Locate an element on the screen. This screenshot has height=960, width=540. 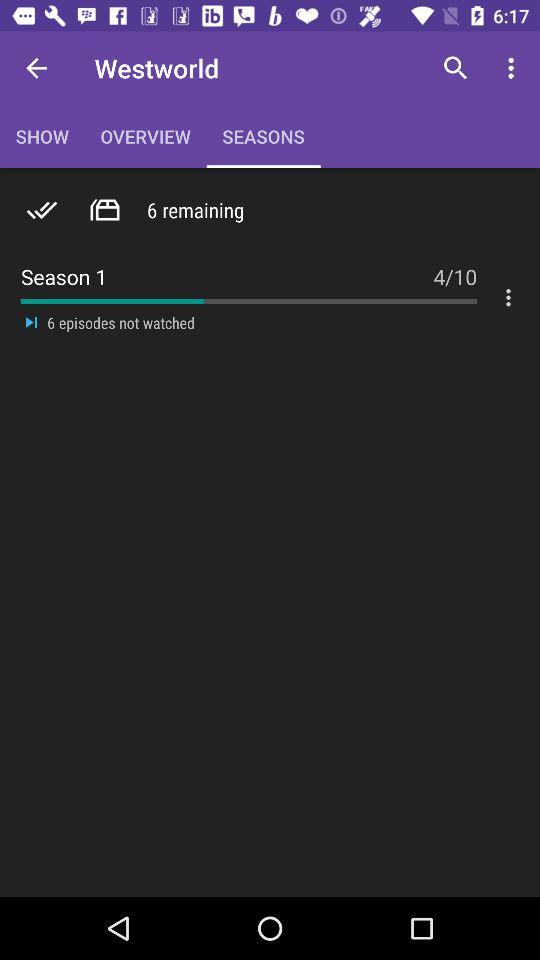
the item next to 6 remaining icon is located at coordinates (104, 210).